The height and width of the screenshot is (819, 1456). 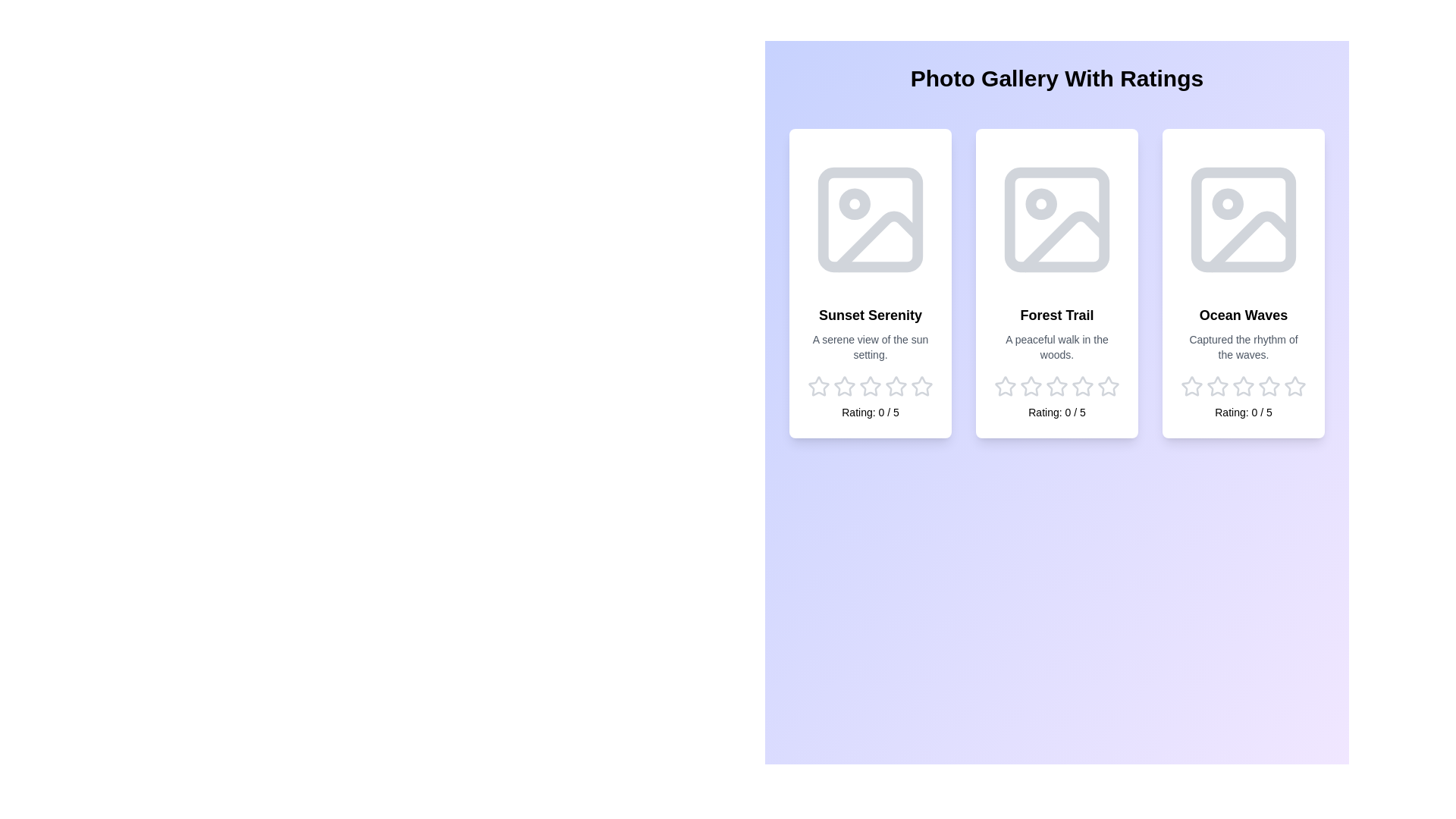 What do you see at coordinates (843, 385) in the screenshot?
I see `the star corresponding to the rating 2 for the image Sunset Serenity` at bounding box center [843, 385].